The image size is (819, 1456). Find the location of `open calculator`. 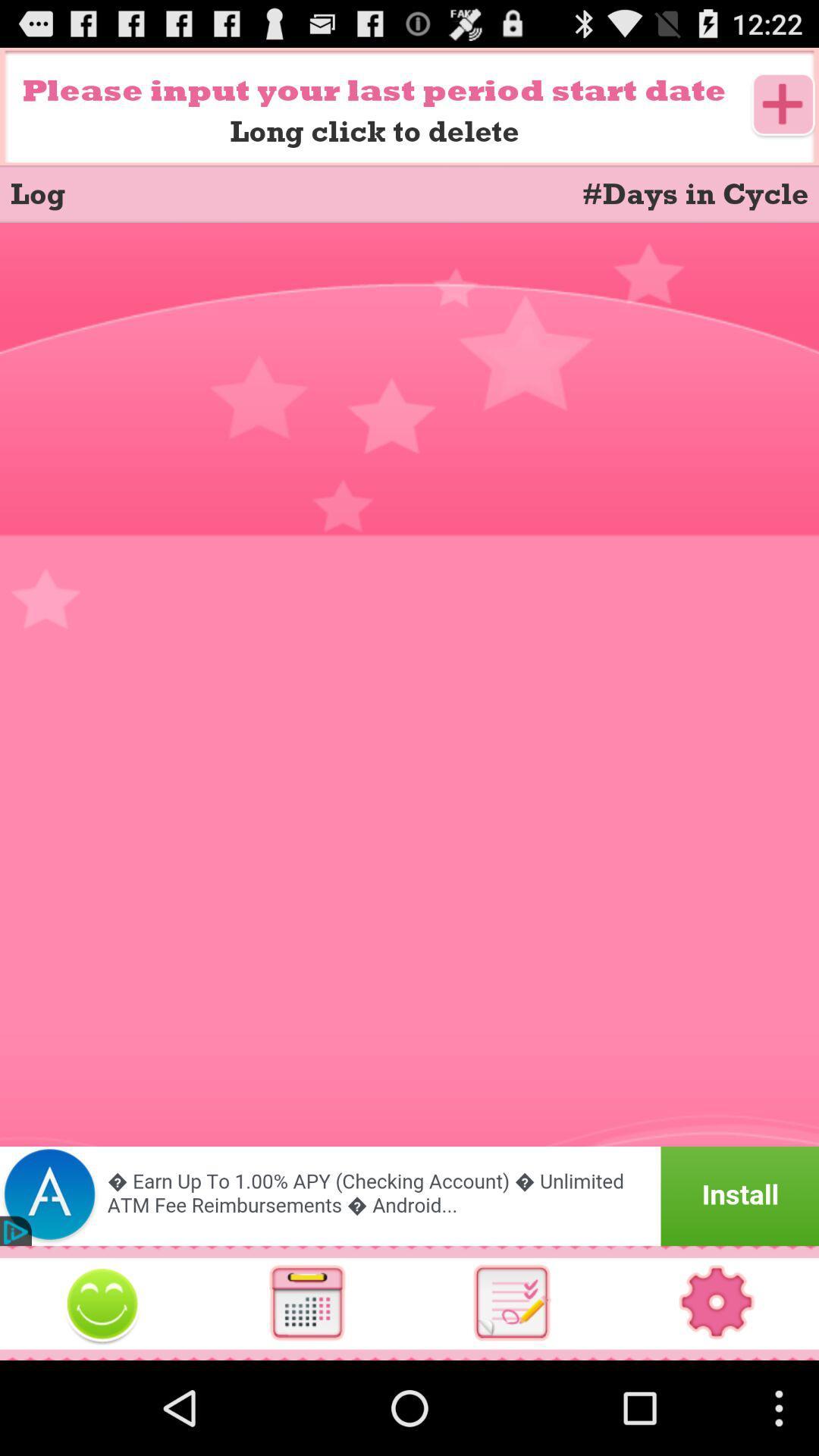

open calculator is located at coordinates (307, 1302).